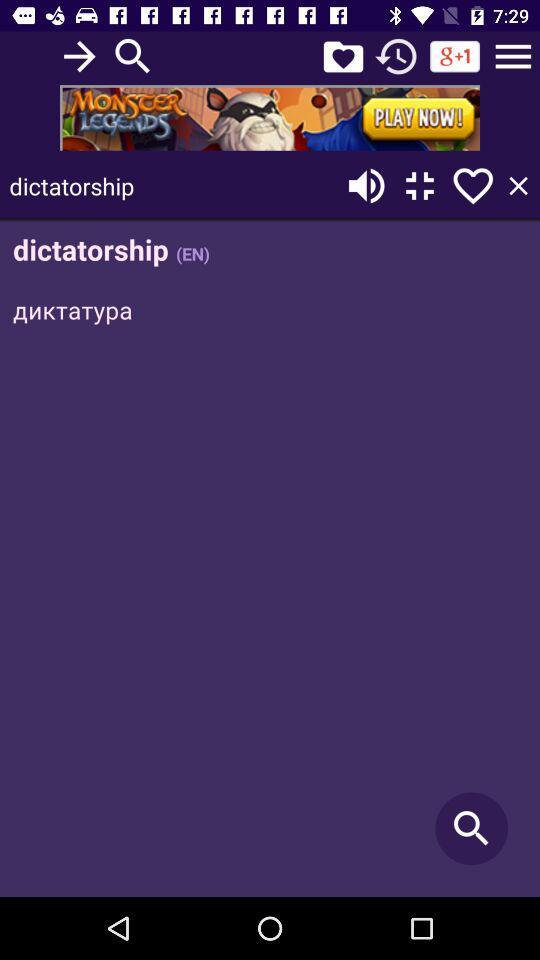  Describe the element at coordinates (78, 55) in the screenshot. I see `the arrow_forward icon` at that location.